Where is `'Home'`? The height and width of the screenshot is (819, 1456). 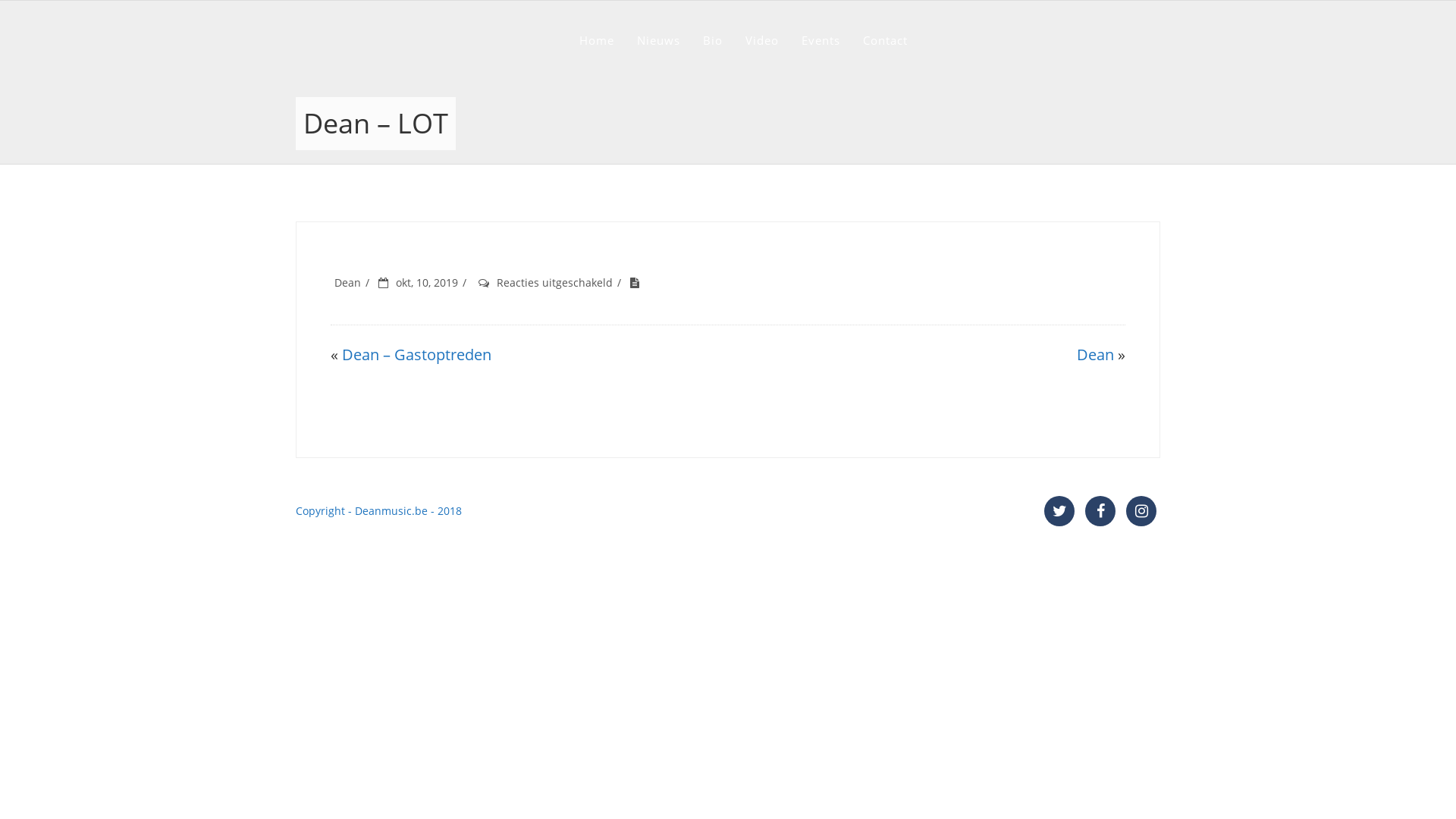
'Home' is located at coordinates (596, 39).